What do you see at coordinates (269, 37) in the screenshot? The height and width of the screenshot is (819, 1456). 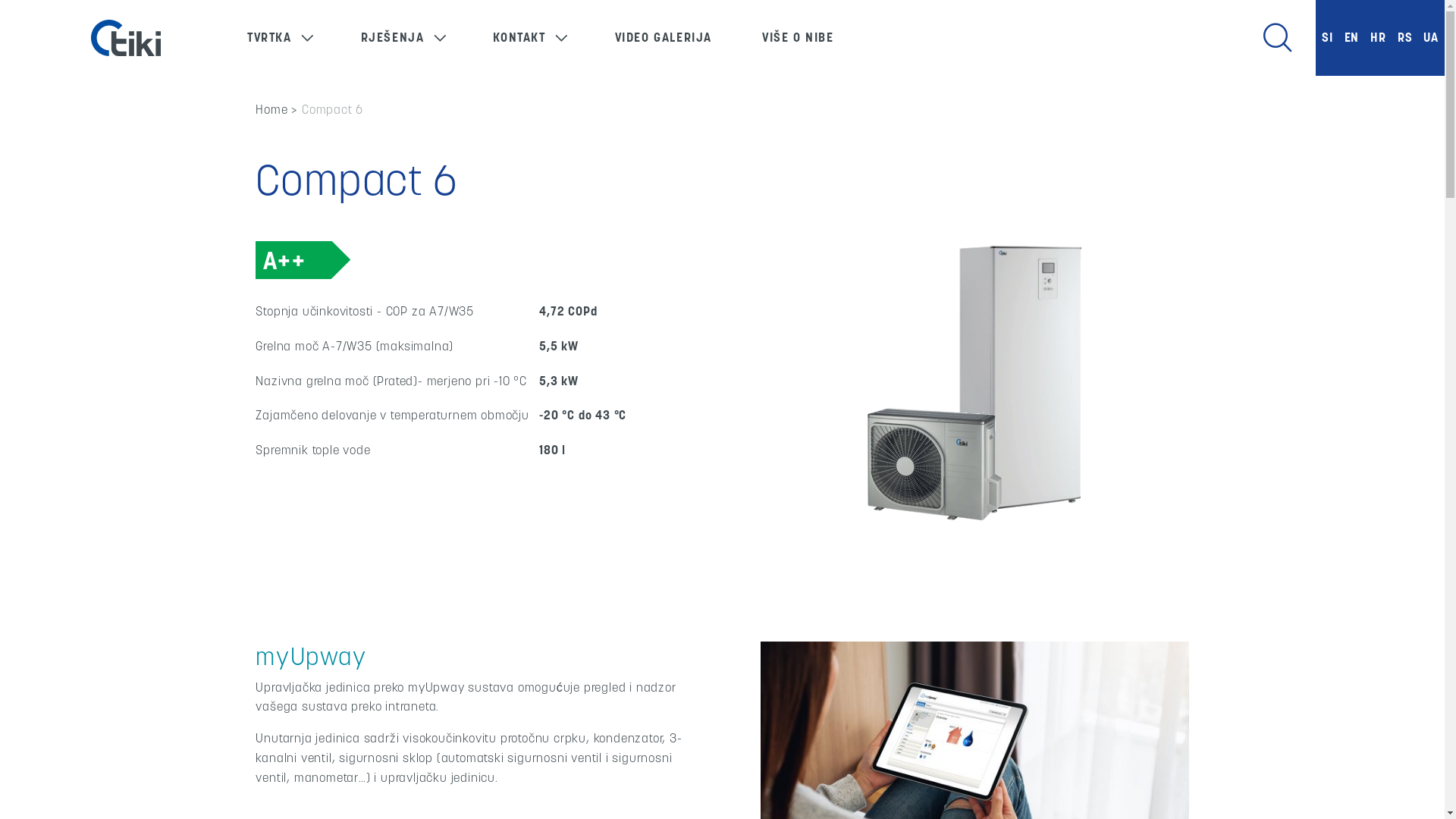 I see `'TVRTKA'` at bounding box center [269, 37].